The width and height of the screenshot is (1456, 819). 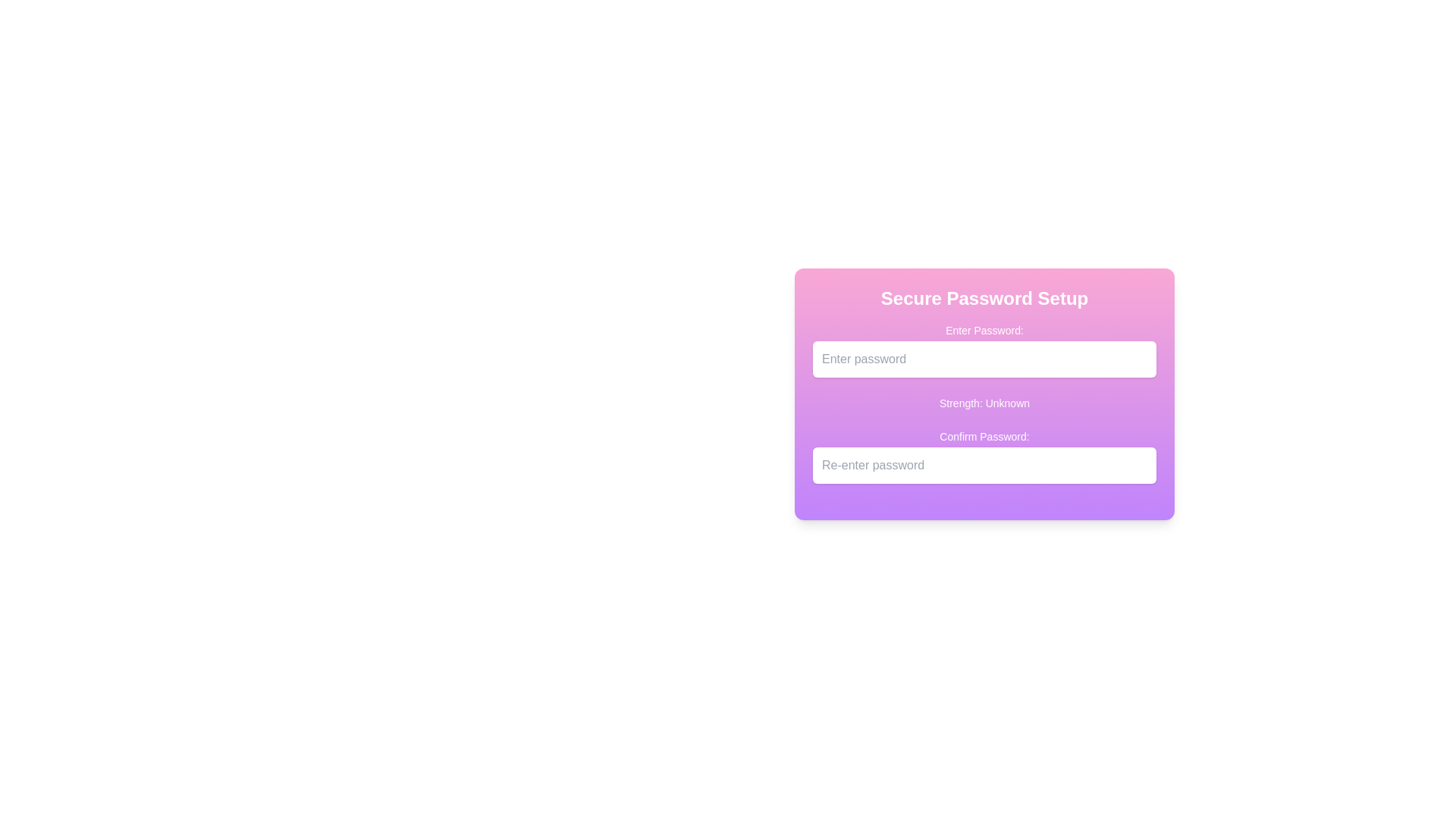 What do you see at coordinates (984, 403) in the screenshot?
I see `the non-interactive label indicating the strength of the password, located directly below the 'Enter Password' input field and above the 'Confirm Password' label` at bounding box center [984, 403].